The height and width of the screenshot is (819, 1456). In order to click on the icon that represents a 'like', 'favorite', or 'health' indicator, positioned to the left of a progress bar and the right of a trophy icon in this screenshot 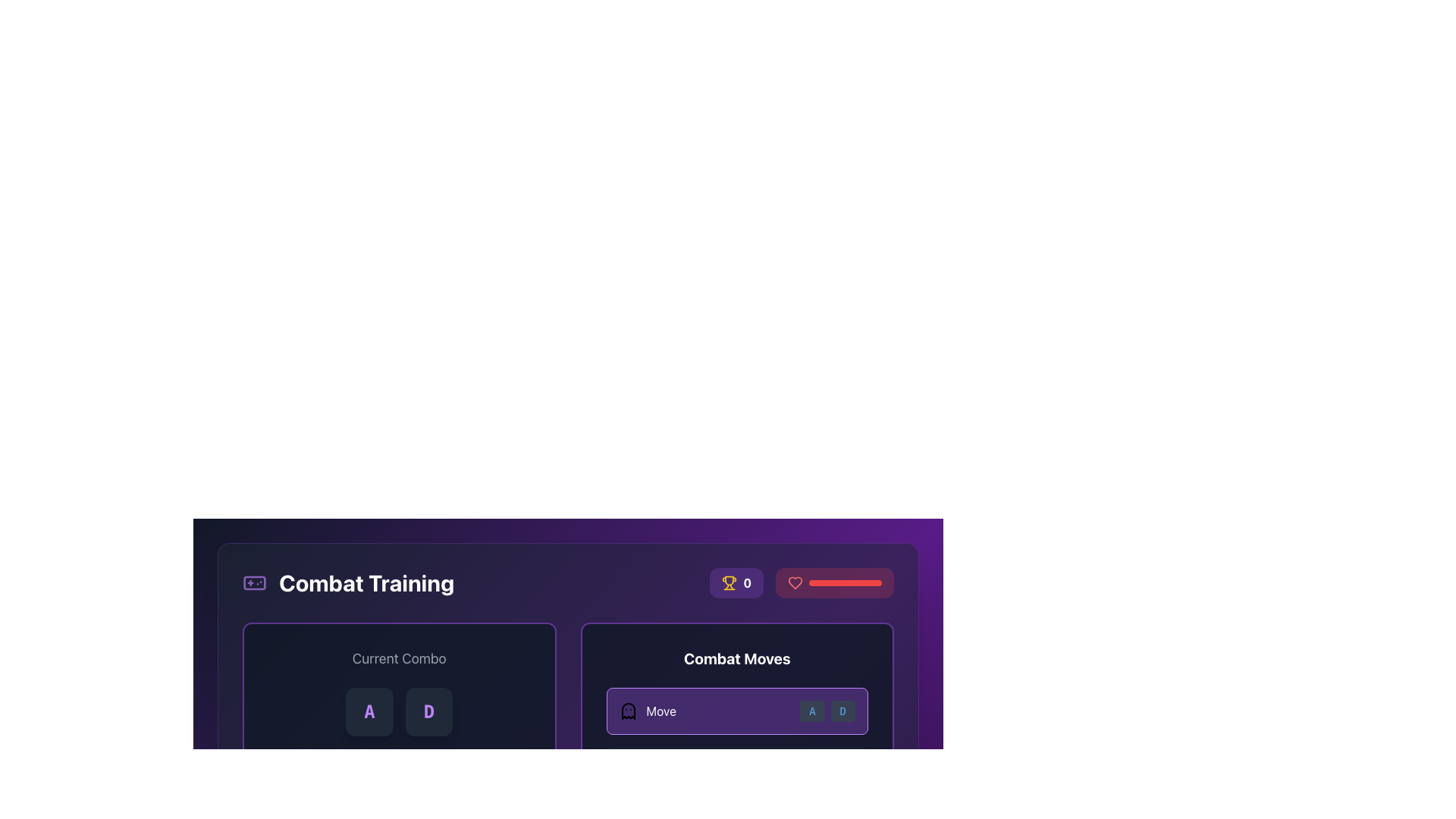, I will do `click(795, 582)`.